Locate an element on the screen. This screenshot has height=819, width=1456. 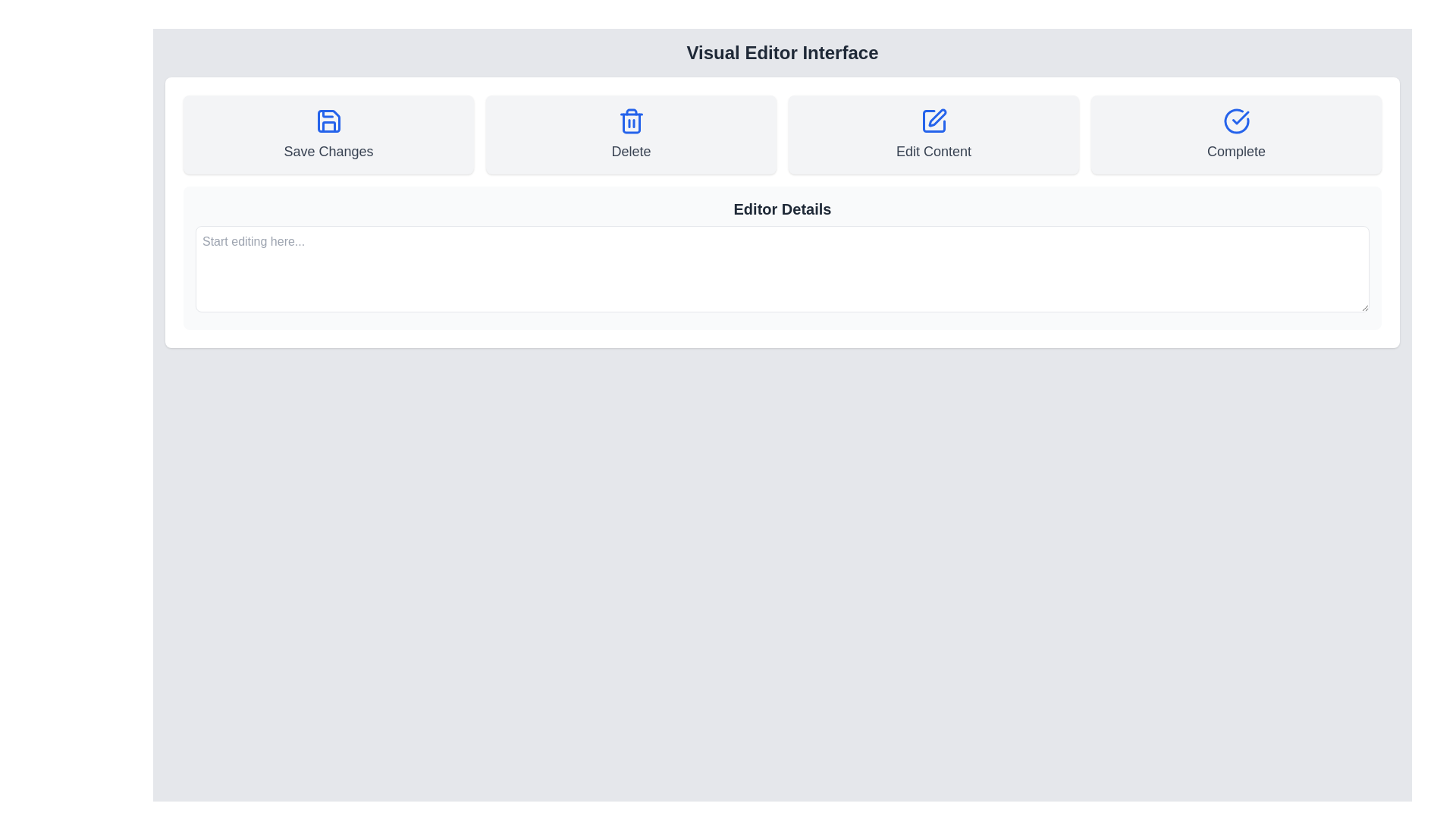
the third button in a group of four horizontally aligned buttons located near the top-center of the interface to trigger any hover effects is located at coordinates (933, 133).